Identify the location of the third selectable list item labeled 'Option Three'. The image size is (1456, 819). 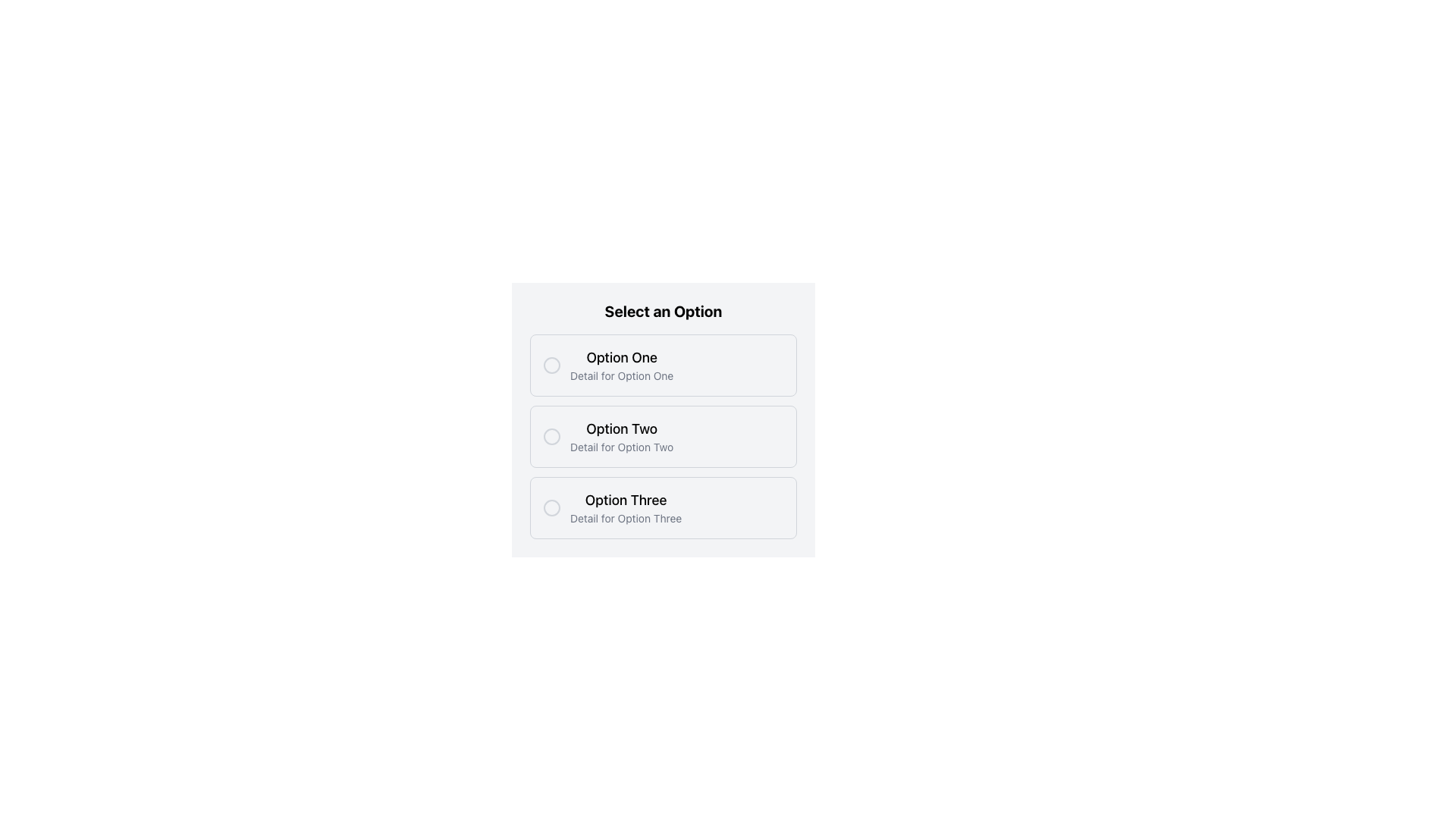
(663, 508).